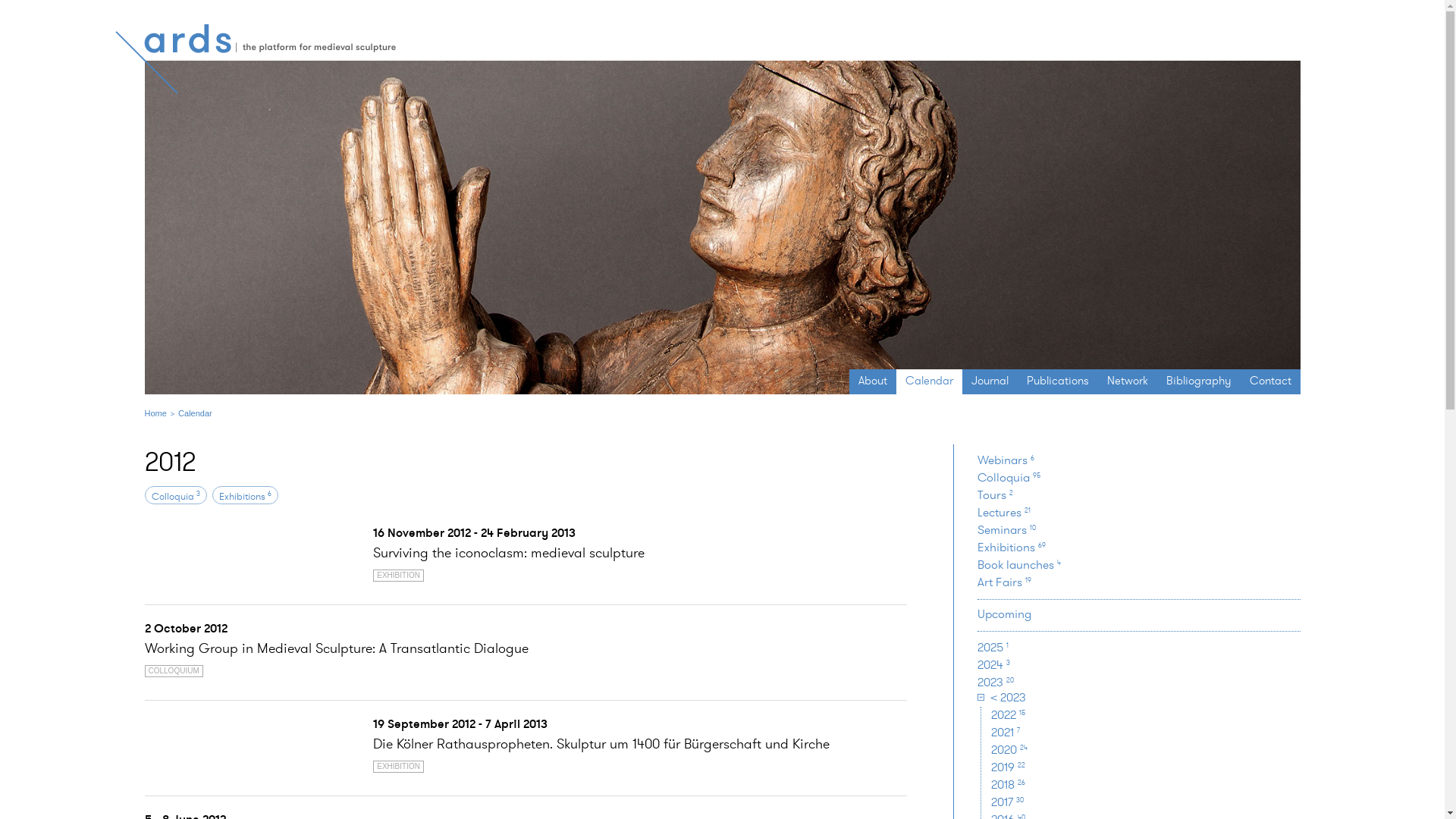 This screenshot has width=1456, height=819. What do you see at coordinates (509, 552) in the screenshot?
I see `'Surviving the iconoclasm: medieval sculpture'` at bounding box center [509, 552].